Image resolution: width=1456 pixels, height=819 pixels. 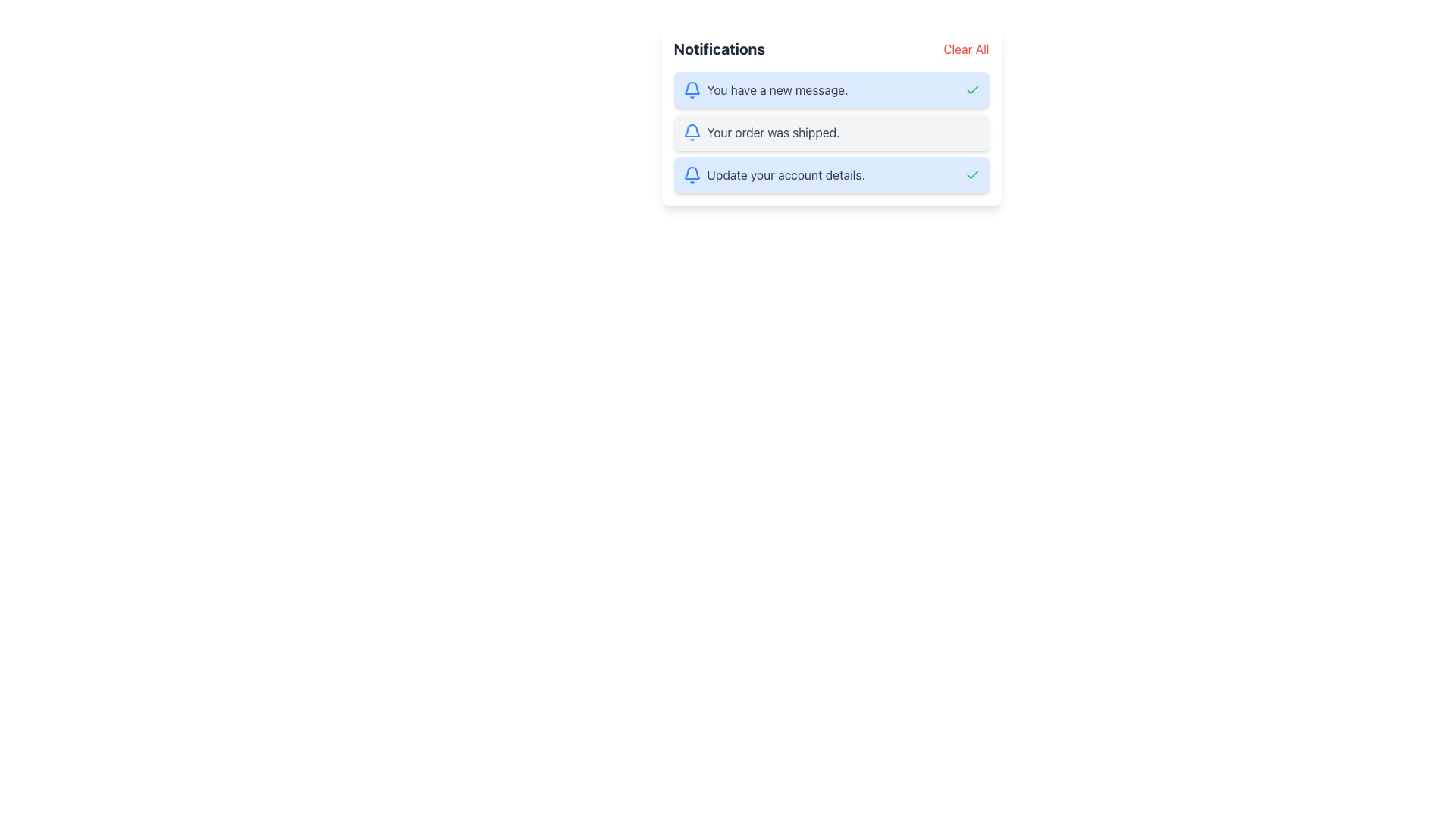 I want to click on the blue bell icon in the notification card that indicates notifications, positioned to the left of the text 'Update your account details.', so click(x=691, y=174).